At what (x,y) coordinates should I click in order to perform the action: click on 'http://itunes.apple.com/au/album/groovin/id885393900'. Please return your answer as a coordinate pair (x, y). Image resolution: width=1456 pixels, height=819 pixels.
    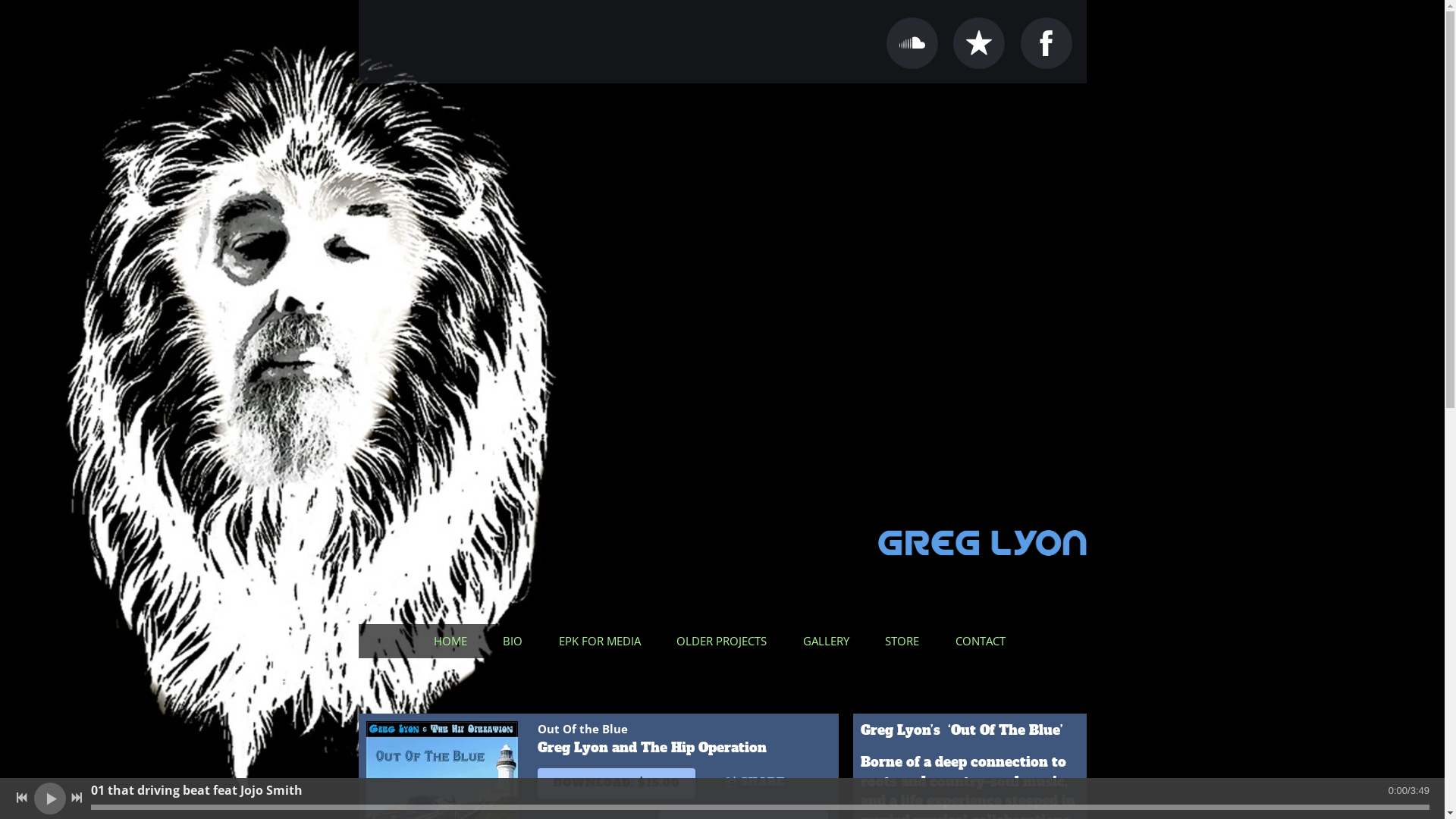
    Looking at the image, I should click on (979, 42).